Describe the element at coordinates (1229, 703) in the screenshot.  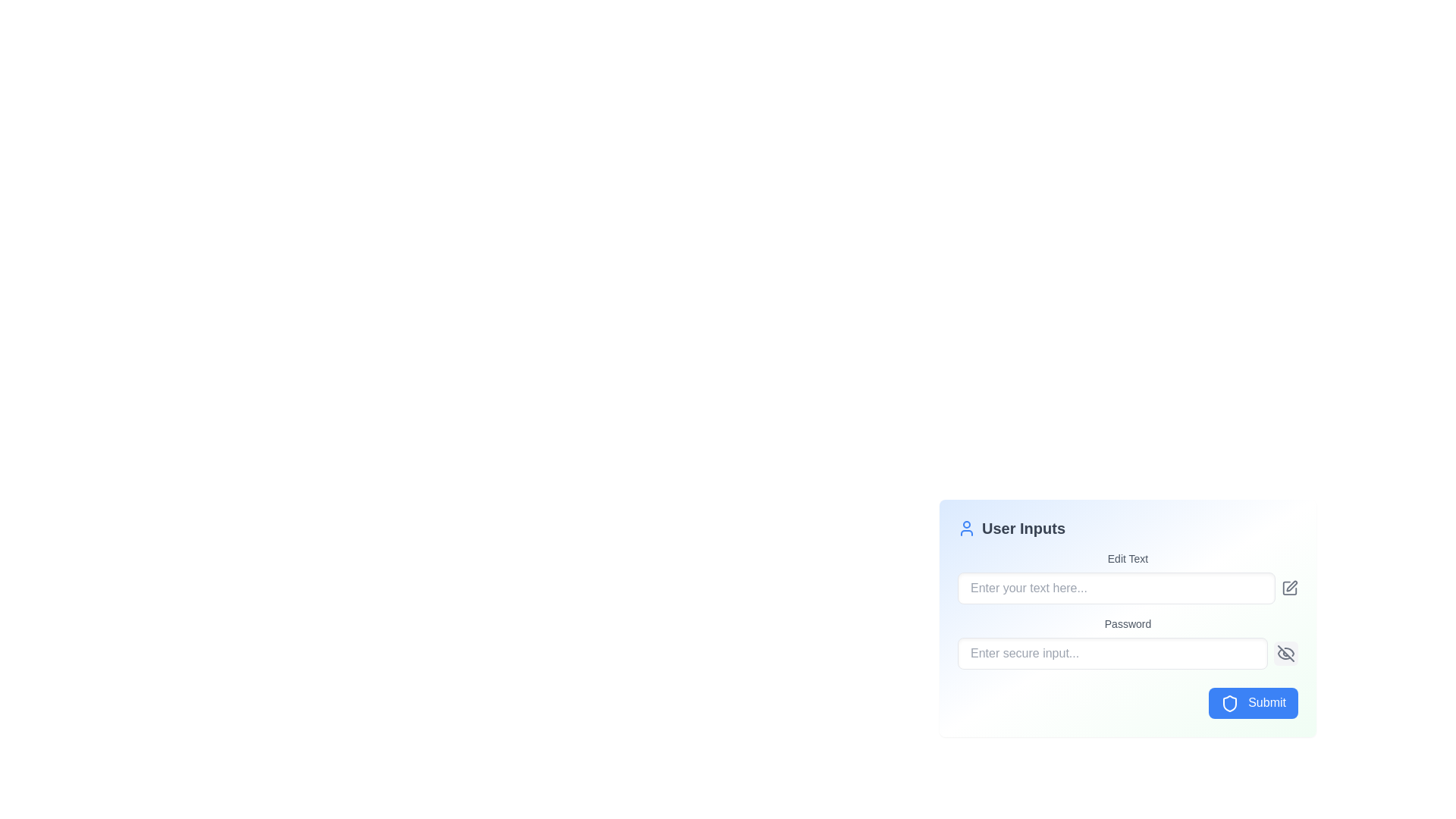
I see `the 'Submit' button which contains a shield-like icon at the bottom-right corner of the form` at that location.